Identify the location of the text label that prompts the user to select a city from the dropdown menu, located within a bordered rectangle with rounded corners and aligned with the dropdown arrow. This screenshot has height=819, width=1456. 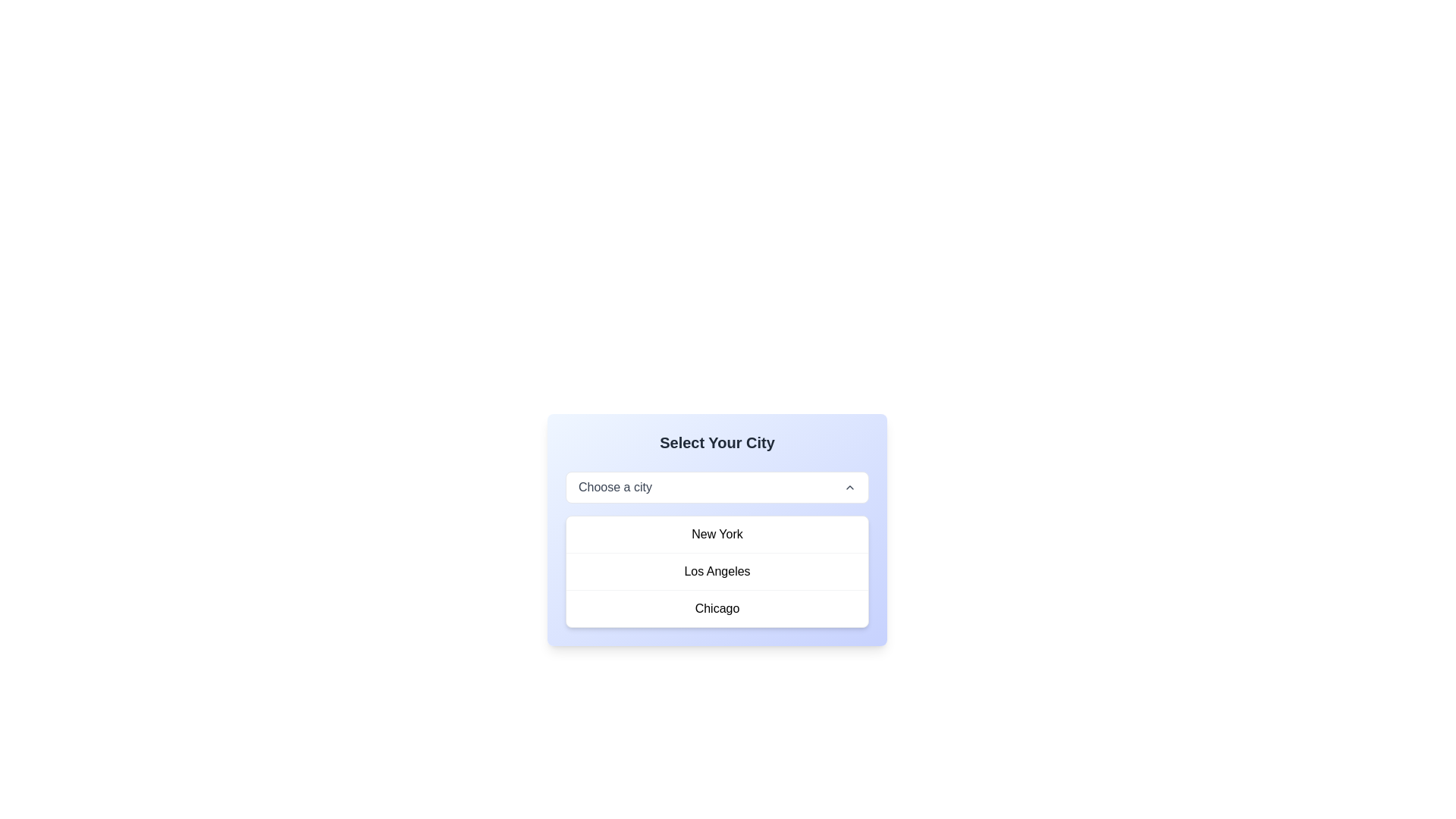
(615, 488).